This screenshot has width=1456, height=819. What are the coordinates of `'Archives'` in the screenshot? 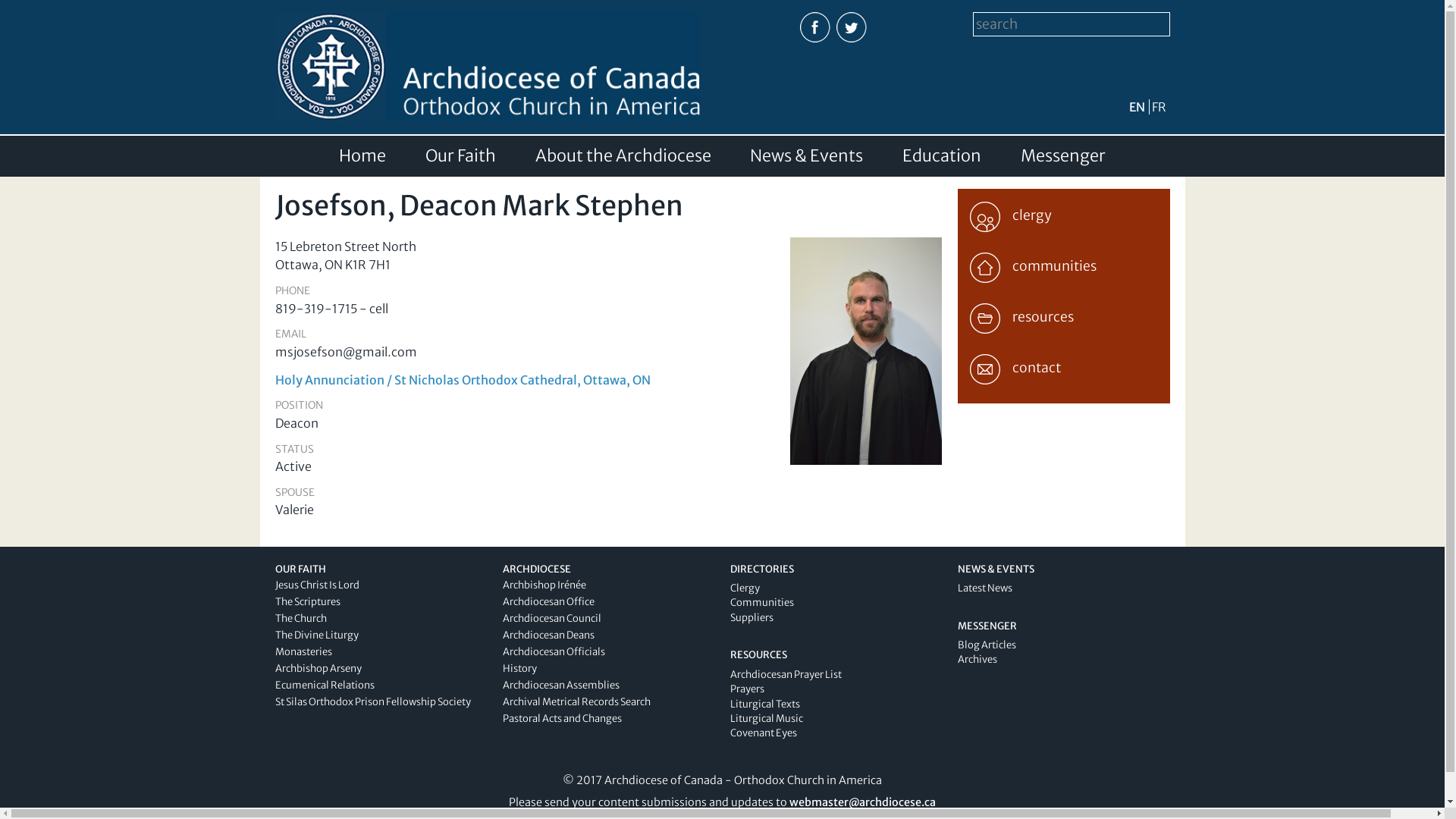 It's located at (976, 658).